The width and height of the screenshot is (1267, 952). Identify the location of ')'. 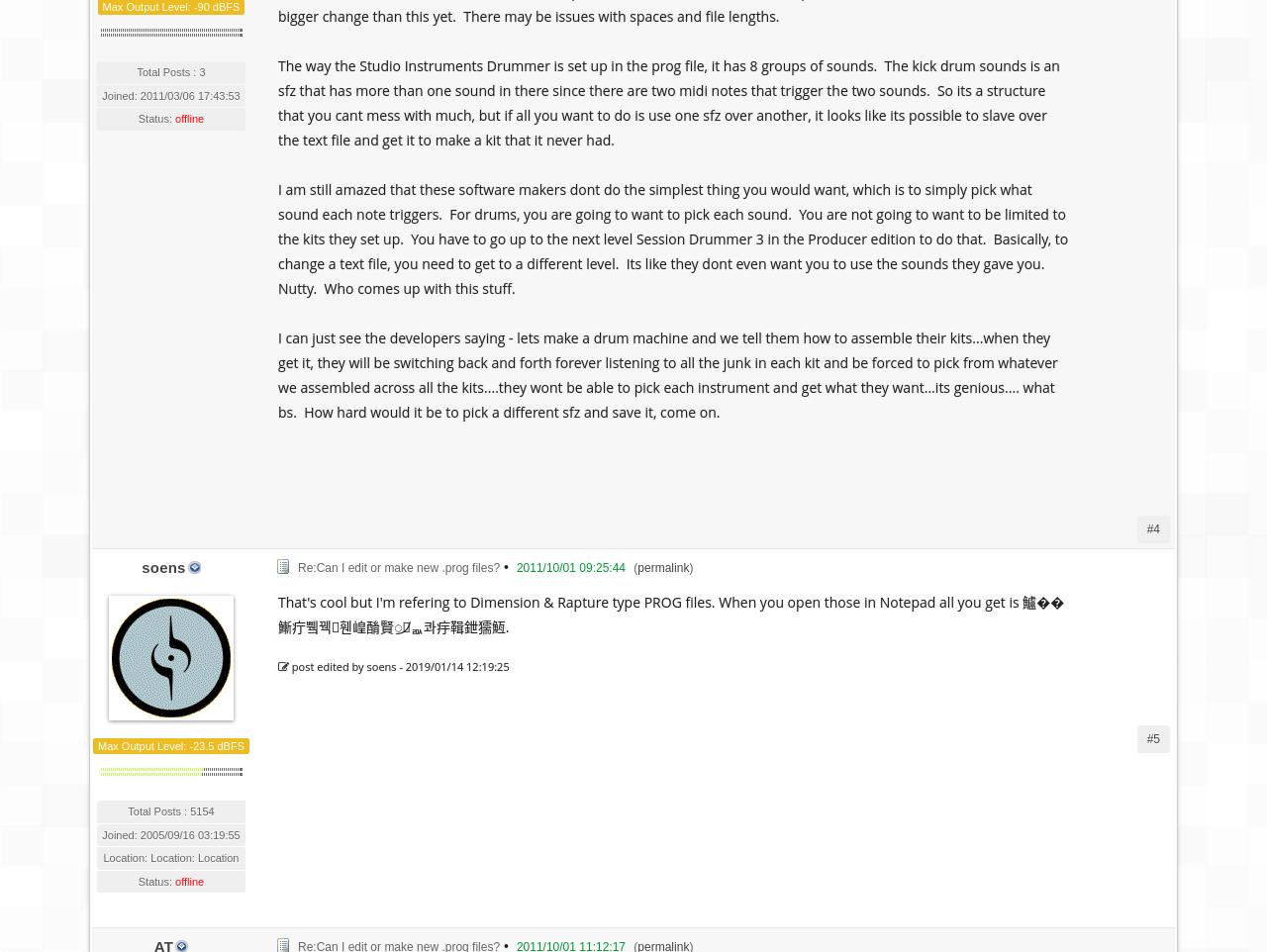
(690, 568).